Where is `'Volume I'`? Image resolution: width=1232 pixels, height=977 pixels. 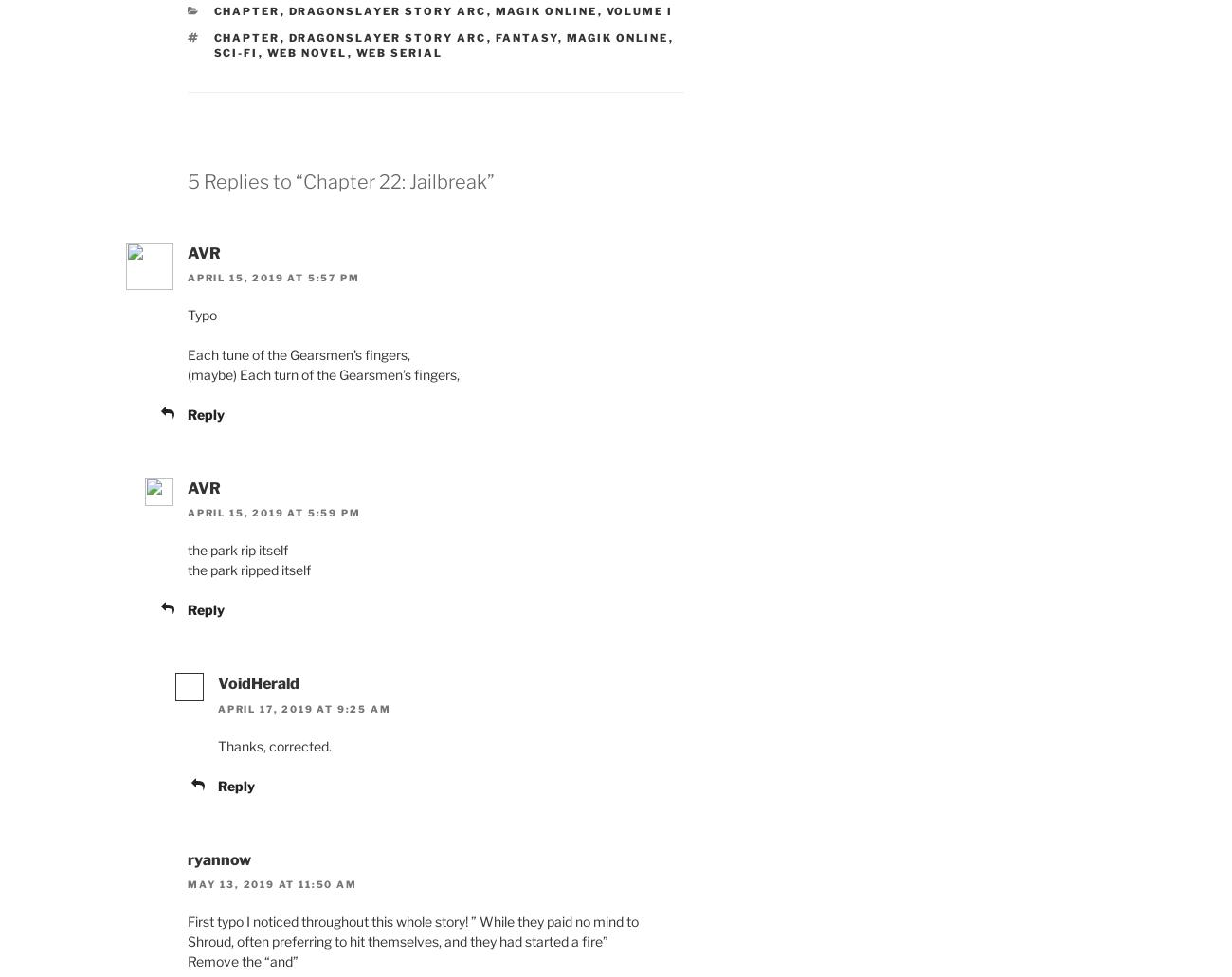
'Volume I' is located at coordinates (638, 10).